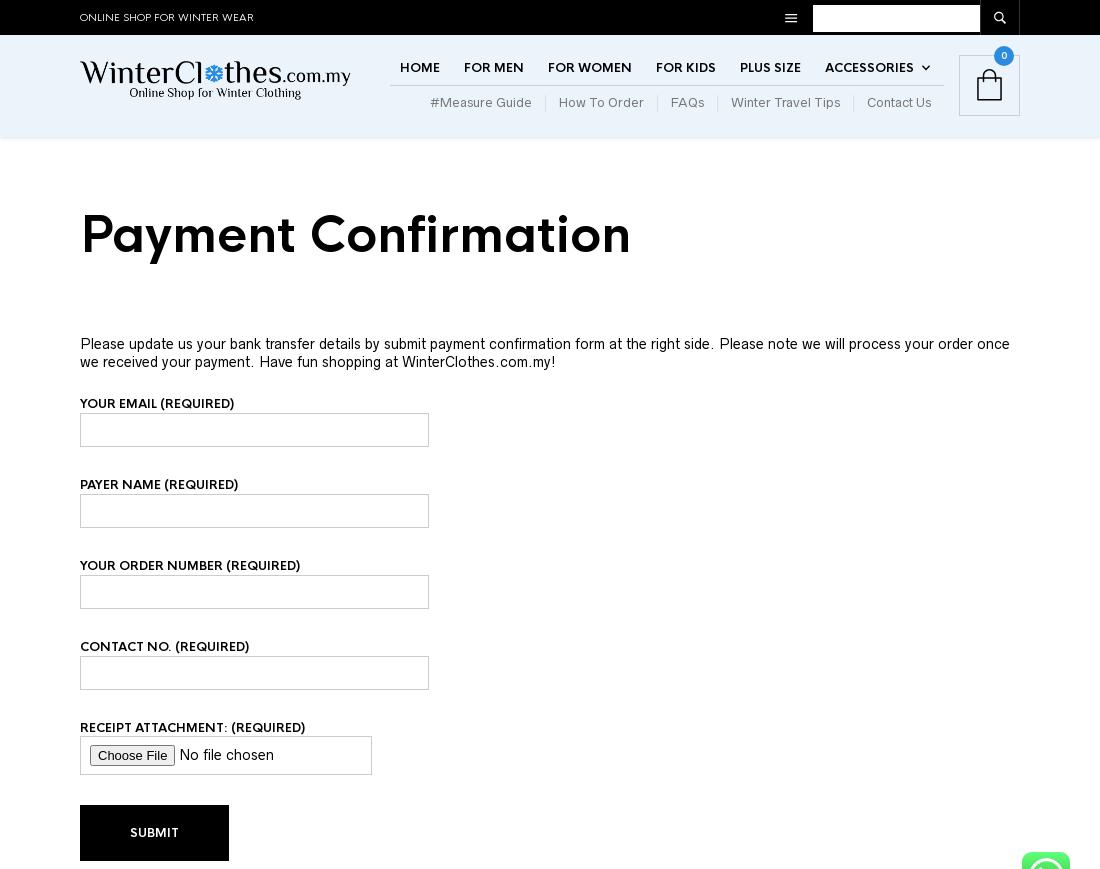 The image size is (1100, 869). I want to click on 'For Men', so click(494, 85).